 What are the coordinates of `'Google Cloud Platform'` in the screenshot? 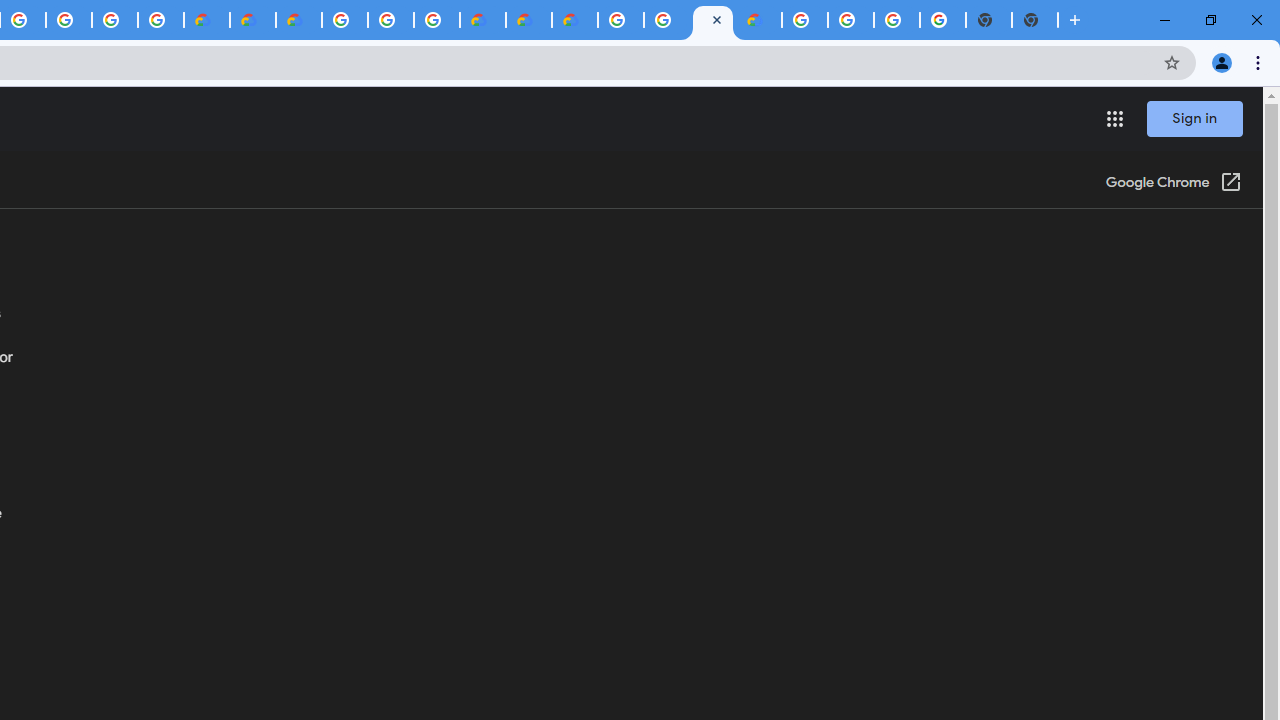 It's located at (851, 20).